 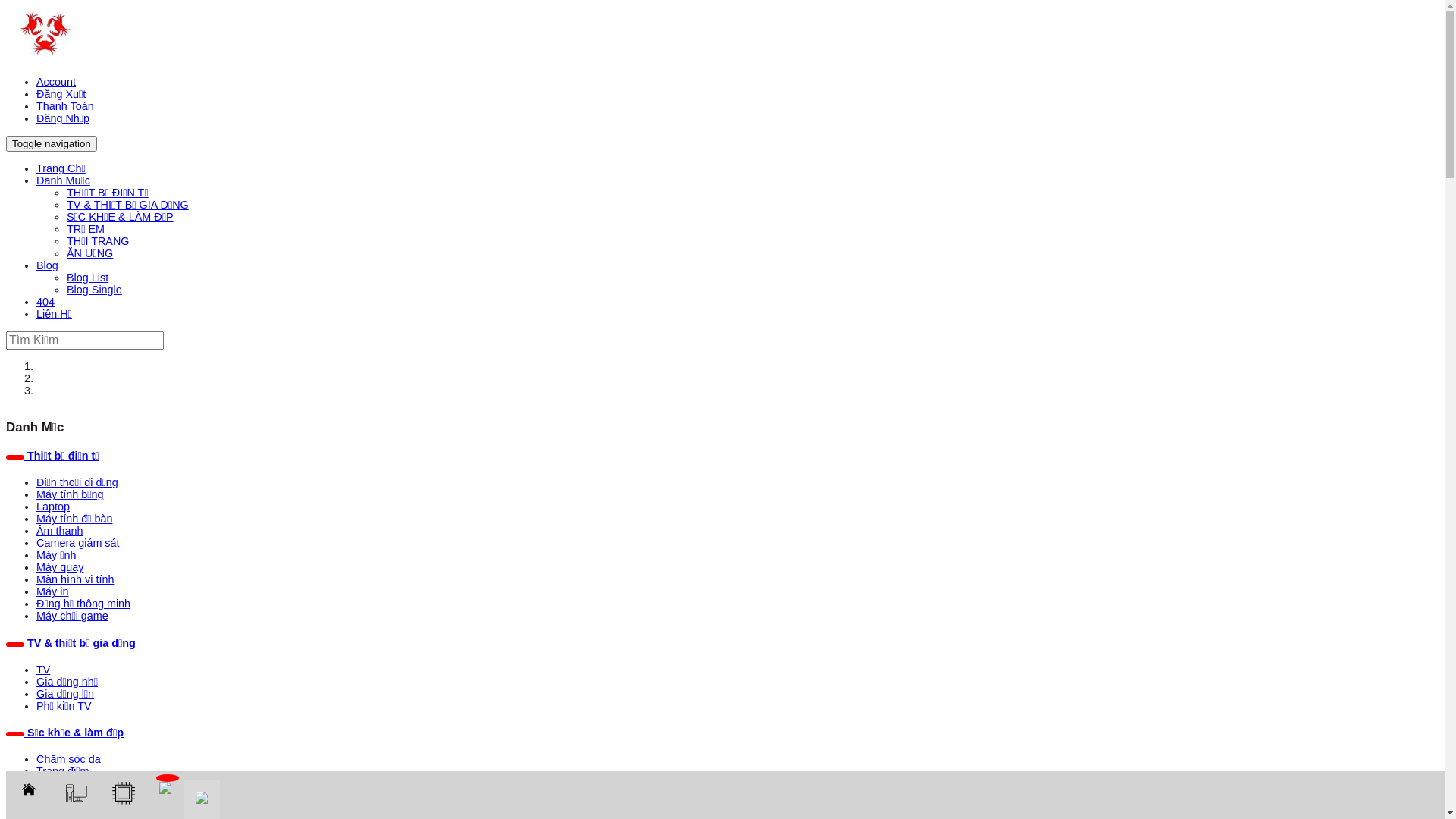 I want to click on 'Blog List', so click(x=86, y=278).